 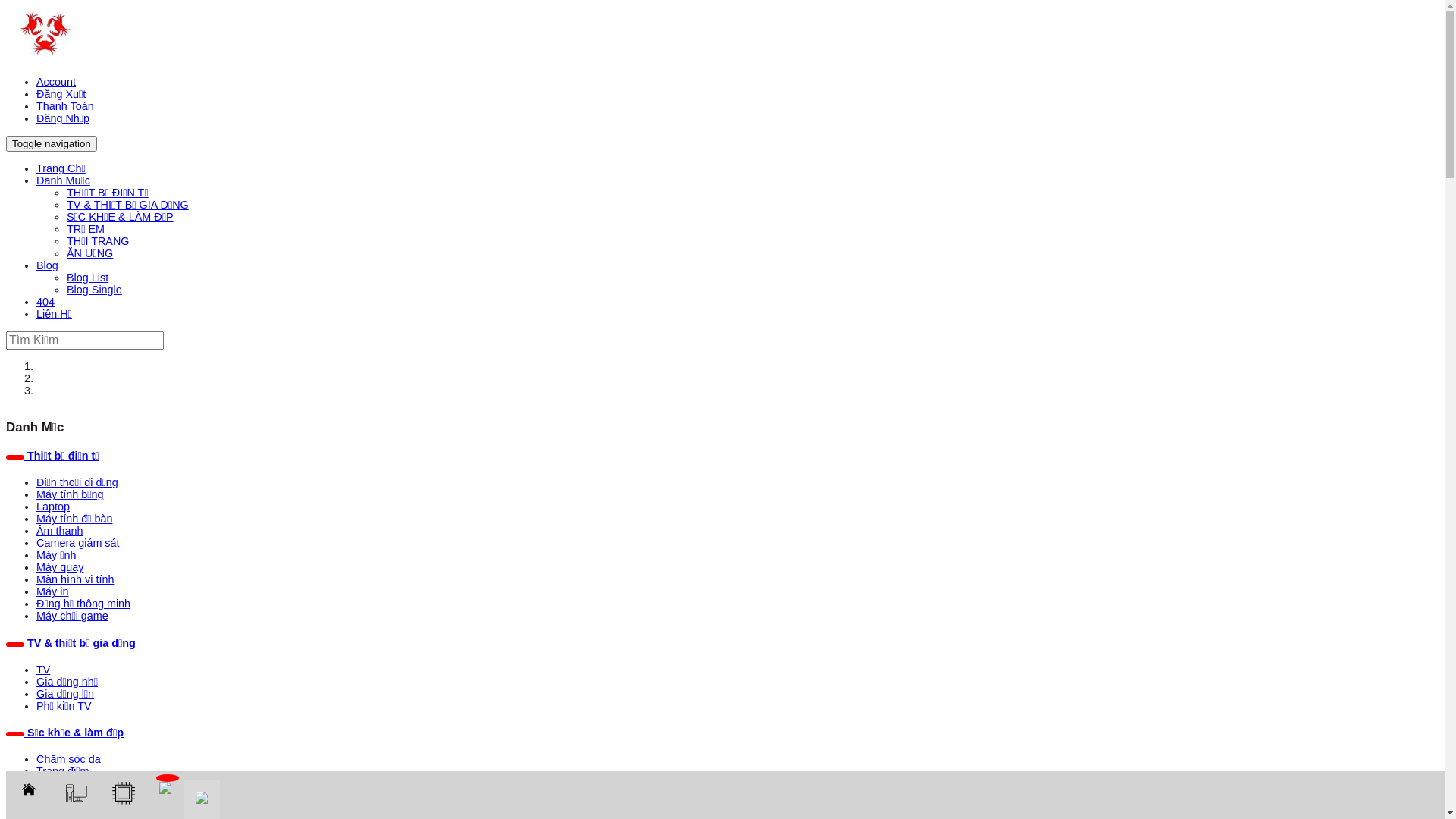 I want to click on 'Blog List', so click(x=86, y=278).